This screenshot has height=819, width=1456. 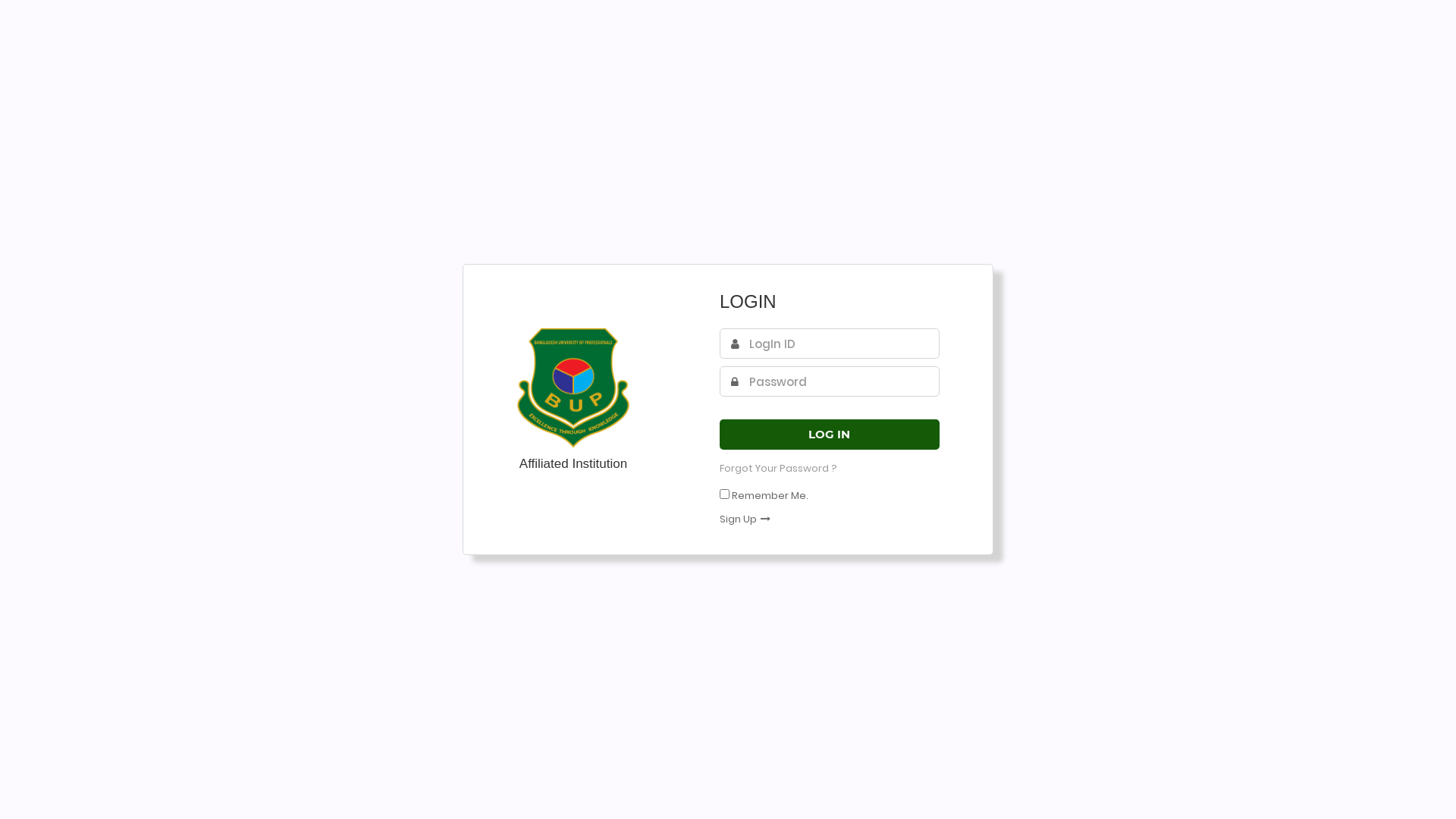 I want to click on 'Log In', so click(x=719, y=435).